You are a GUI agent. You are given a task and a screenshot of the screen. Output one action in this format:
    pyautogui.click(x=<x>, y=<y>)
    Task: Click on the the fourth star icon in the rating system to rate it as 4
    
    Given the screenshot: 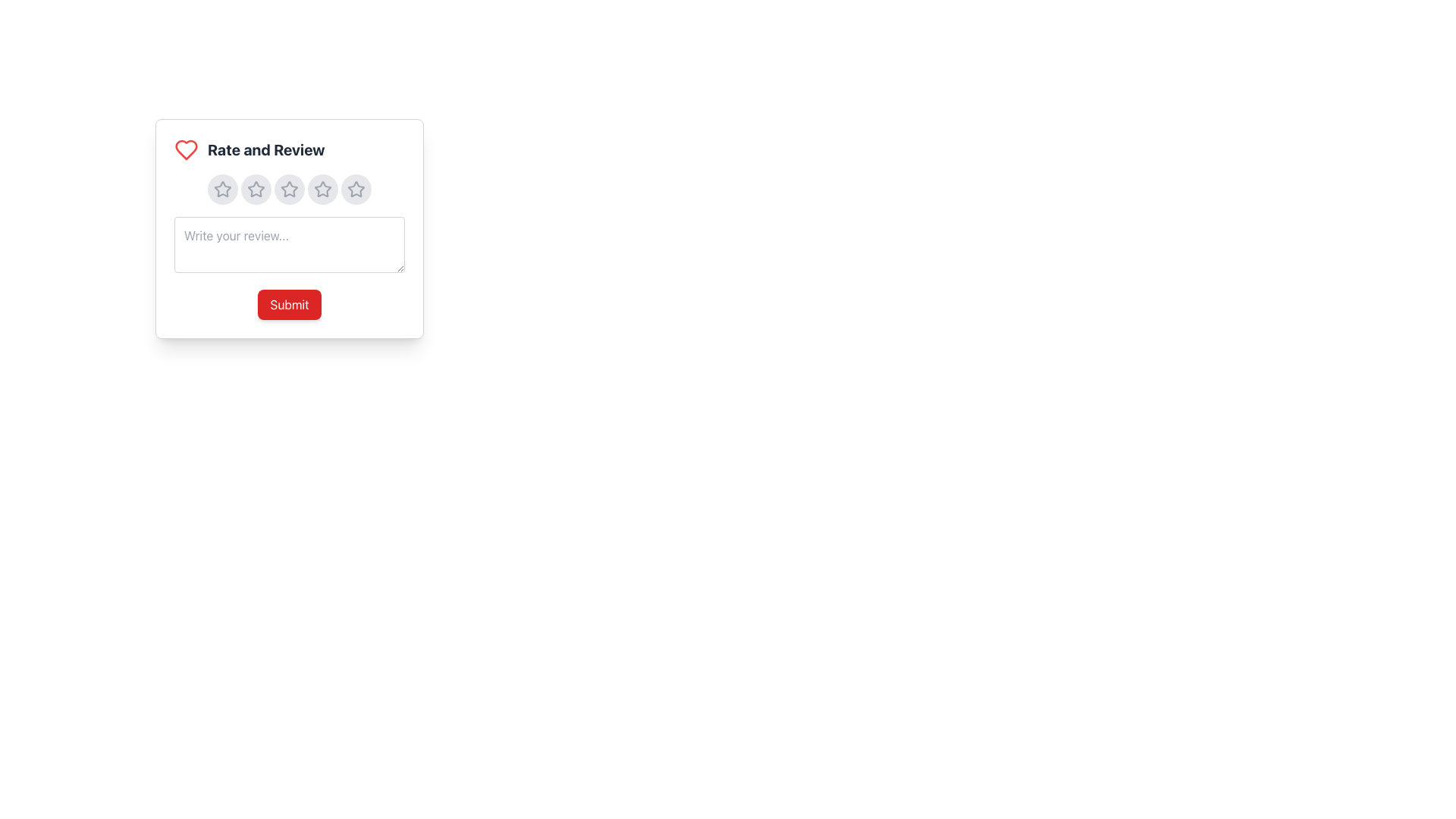 What is the action you would take?
    pyautogui.click(x=322, y=188)
    